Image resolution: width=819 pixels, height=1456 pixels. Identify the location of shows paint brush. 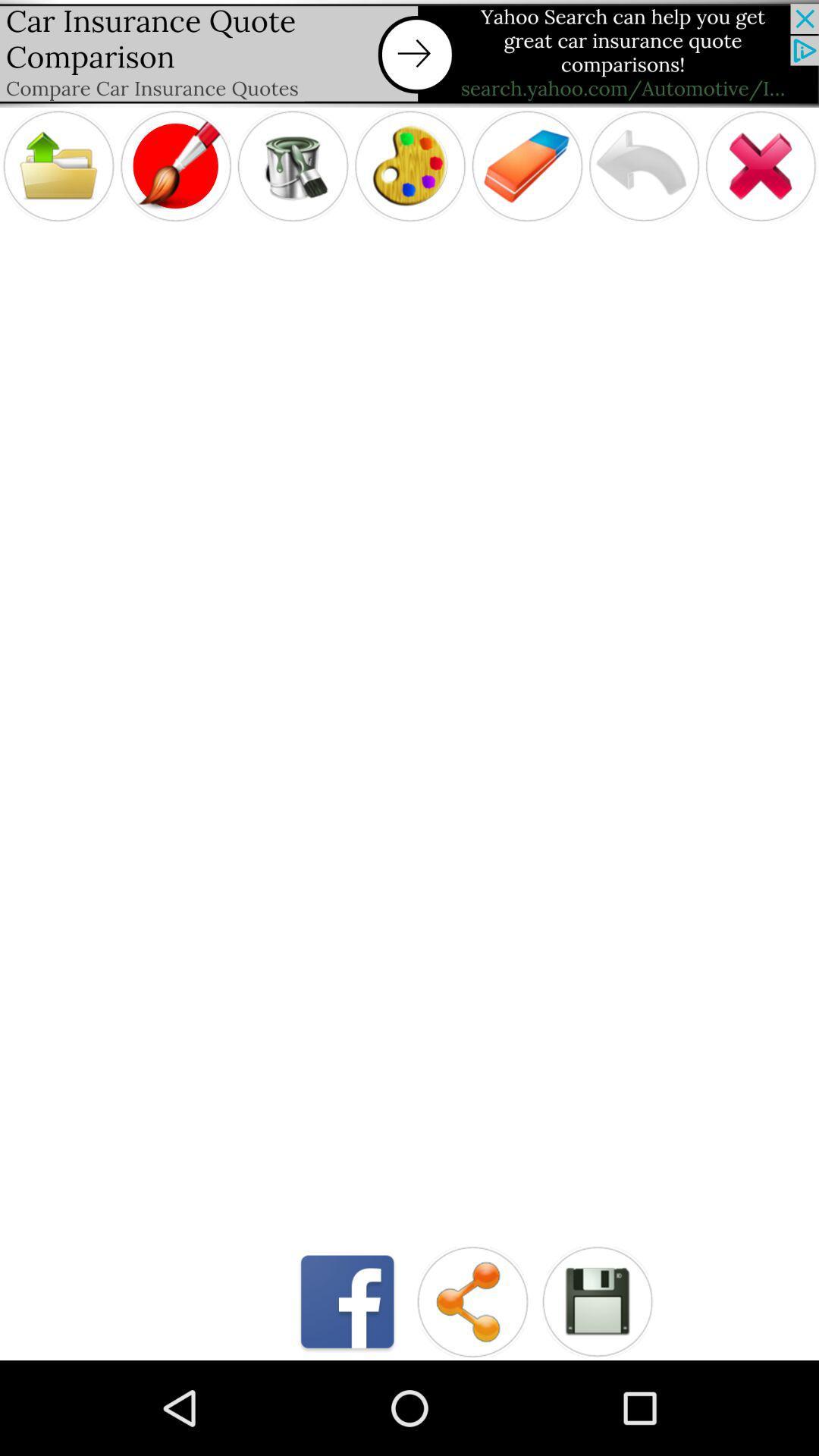
(174, 166).